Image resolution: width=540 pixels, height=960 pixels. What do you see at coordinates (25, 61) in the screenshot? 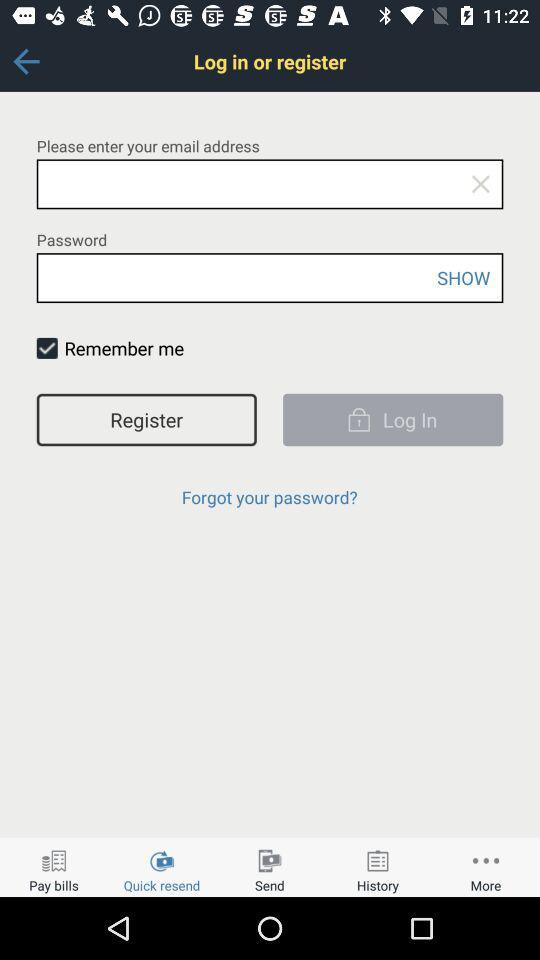
I see `previous` at bounding box center [25, 61].